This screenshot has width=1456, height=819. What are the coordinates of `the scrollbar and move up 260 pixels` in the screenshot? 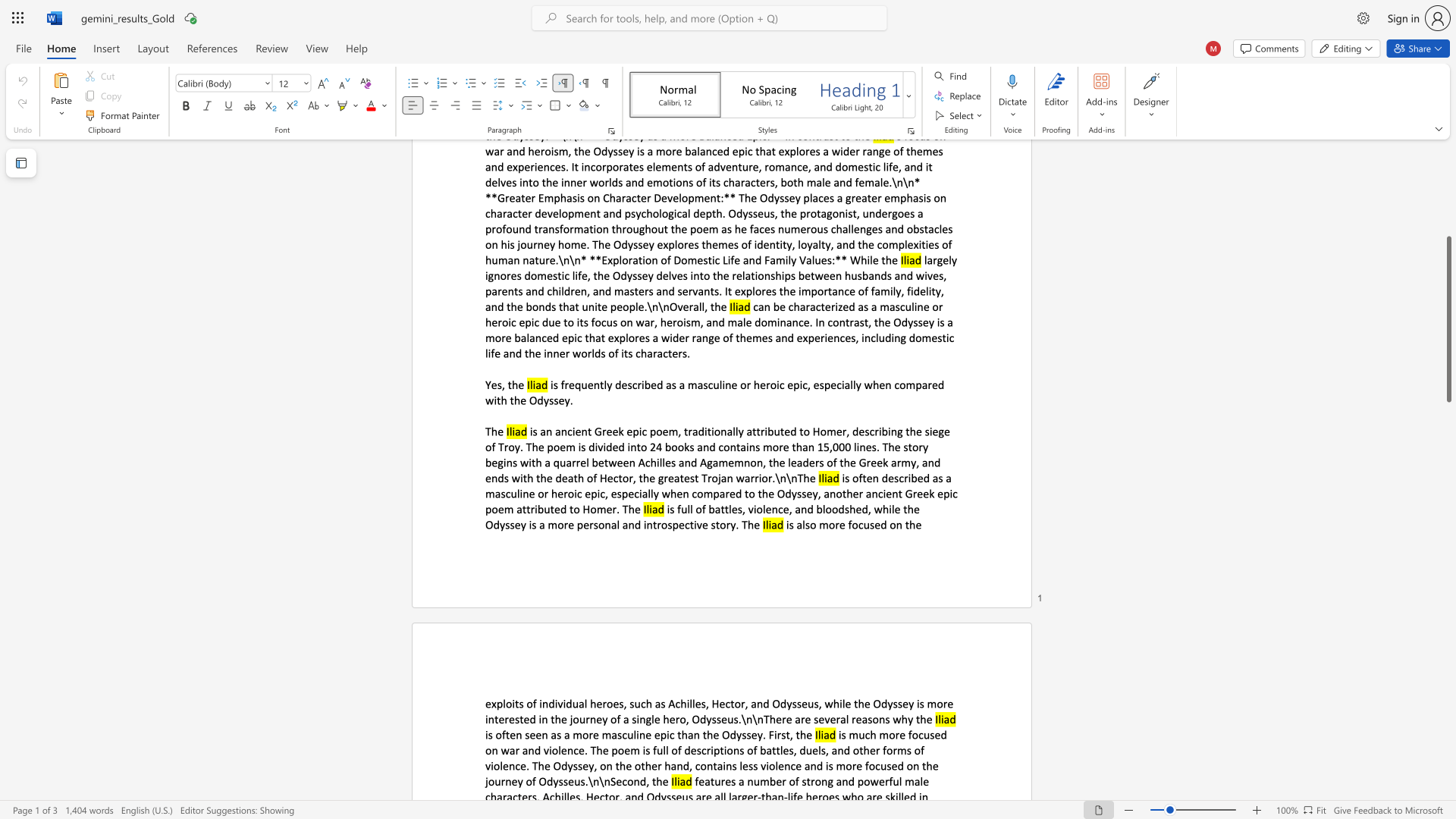 It's located at (1448, 318).